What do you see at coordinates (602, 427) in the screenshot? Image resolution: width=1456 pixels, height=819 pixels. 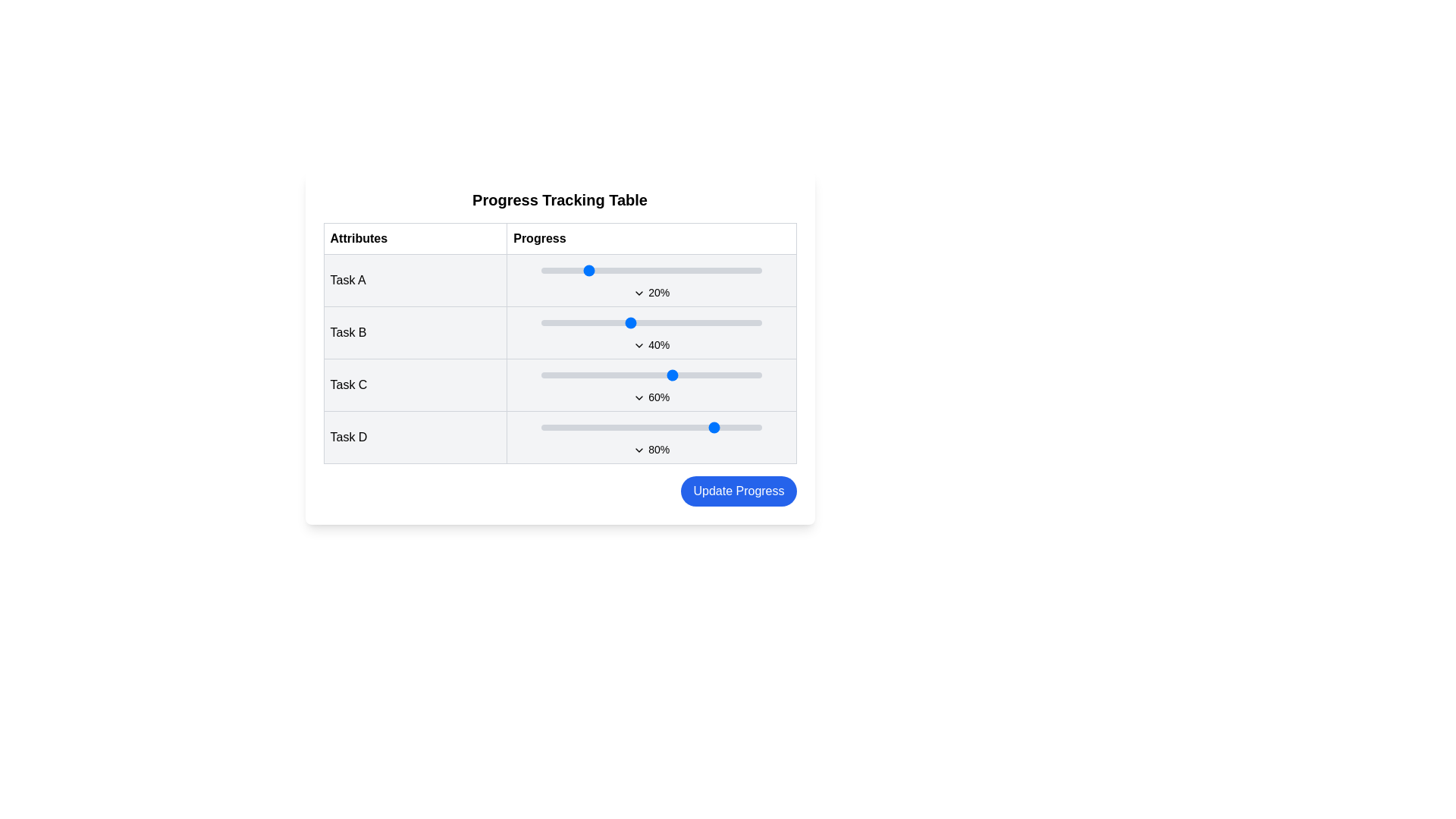 I see `task progress` at bounding box center [602, 427].